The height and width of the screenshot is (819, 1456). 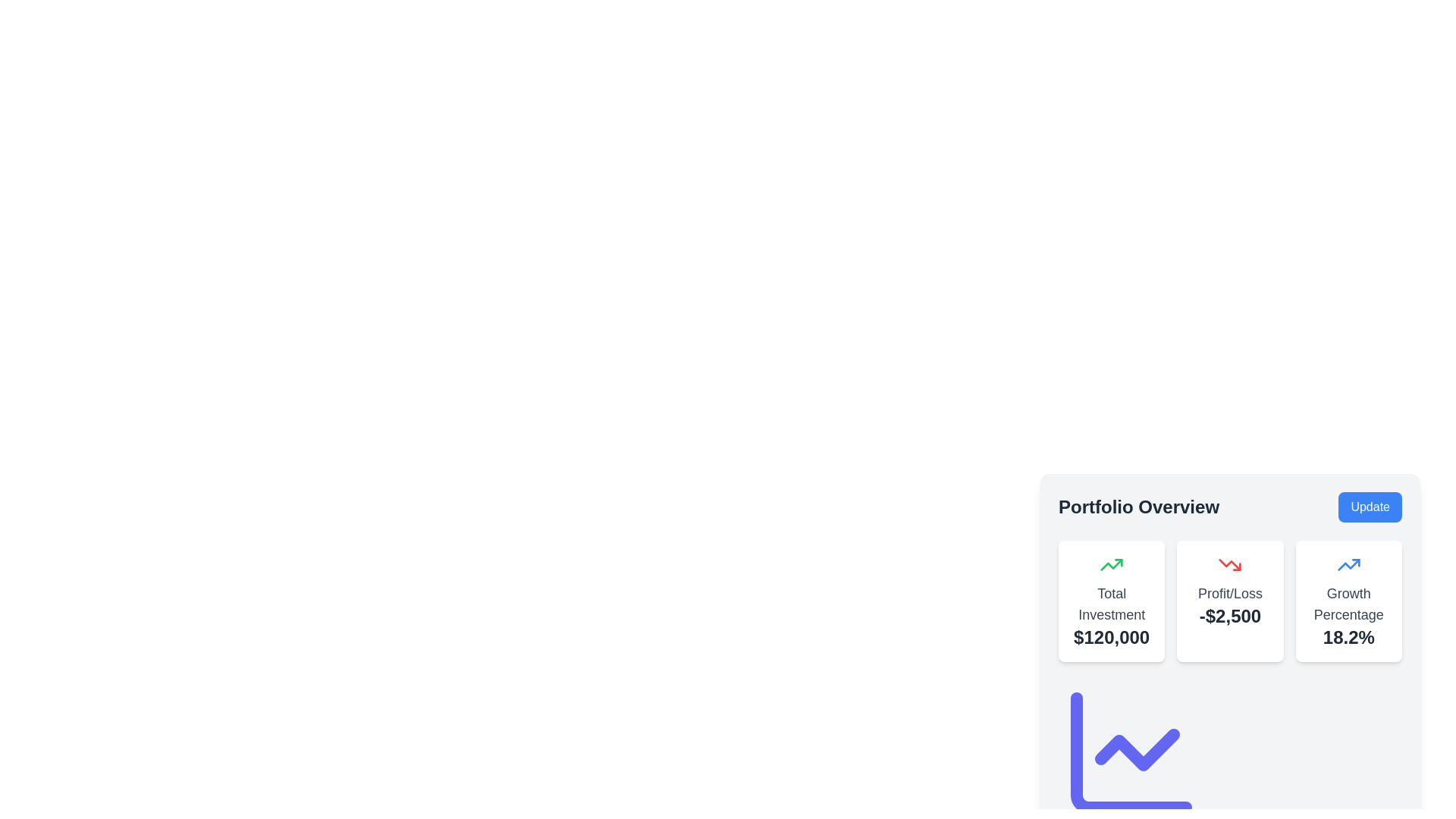 I want to click on the green line graph icon located in the rightmost card of the 'Portfolio Overview' section, which shows a sharp upward trend and is positioned to the leftmost side within its card, so click(x=1112, y=564).